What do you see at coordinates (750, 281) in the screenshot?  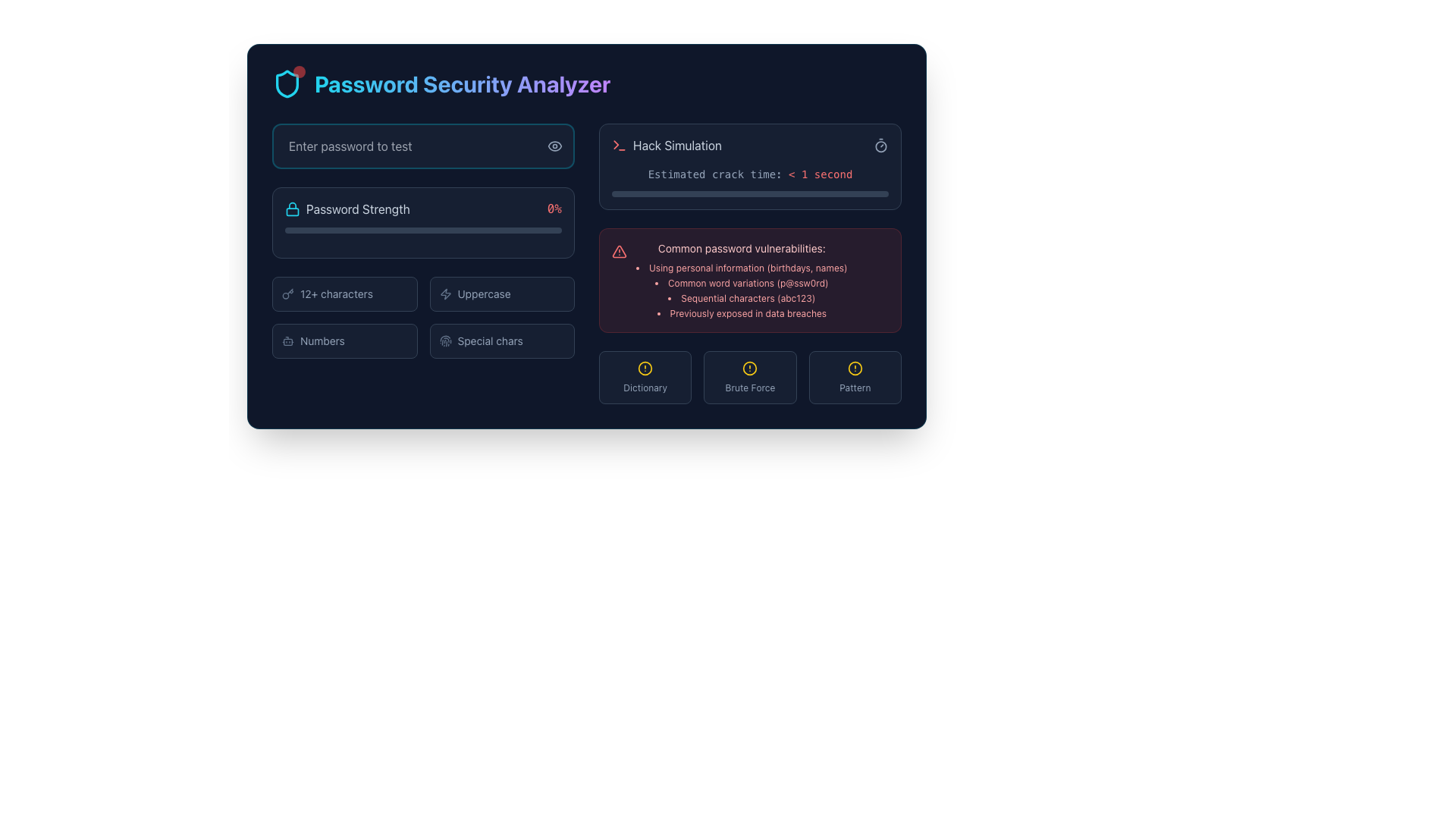 I see `informative panel containing the warning symbol icon and the text 'Common password vulnerabilities:' along with its bulleted list of examples, located in the highlighted section on the right half of the interface, below the hack simulation area` at bounding box center [750, 281].